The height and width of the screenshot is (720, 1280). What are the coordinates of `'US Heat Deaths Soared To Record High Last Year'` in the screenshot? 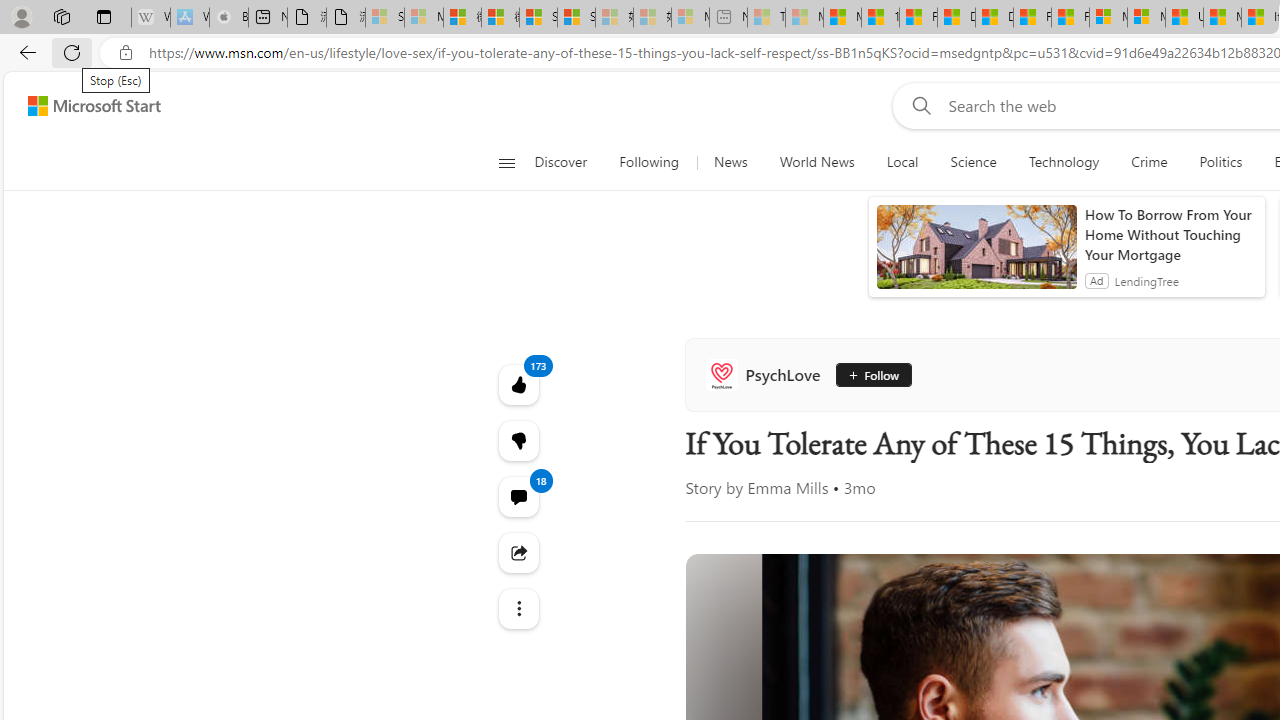 It's located at (1184, 17).